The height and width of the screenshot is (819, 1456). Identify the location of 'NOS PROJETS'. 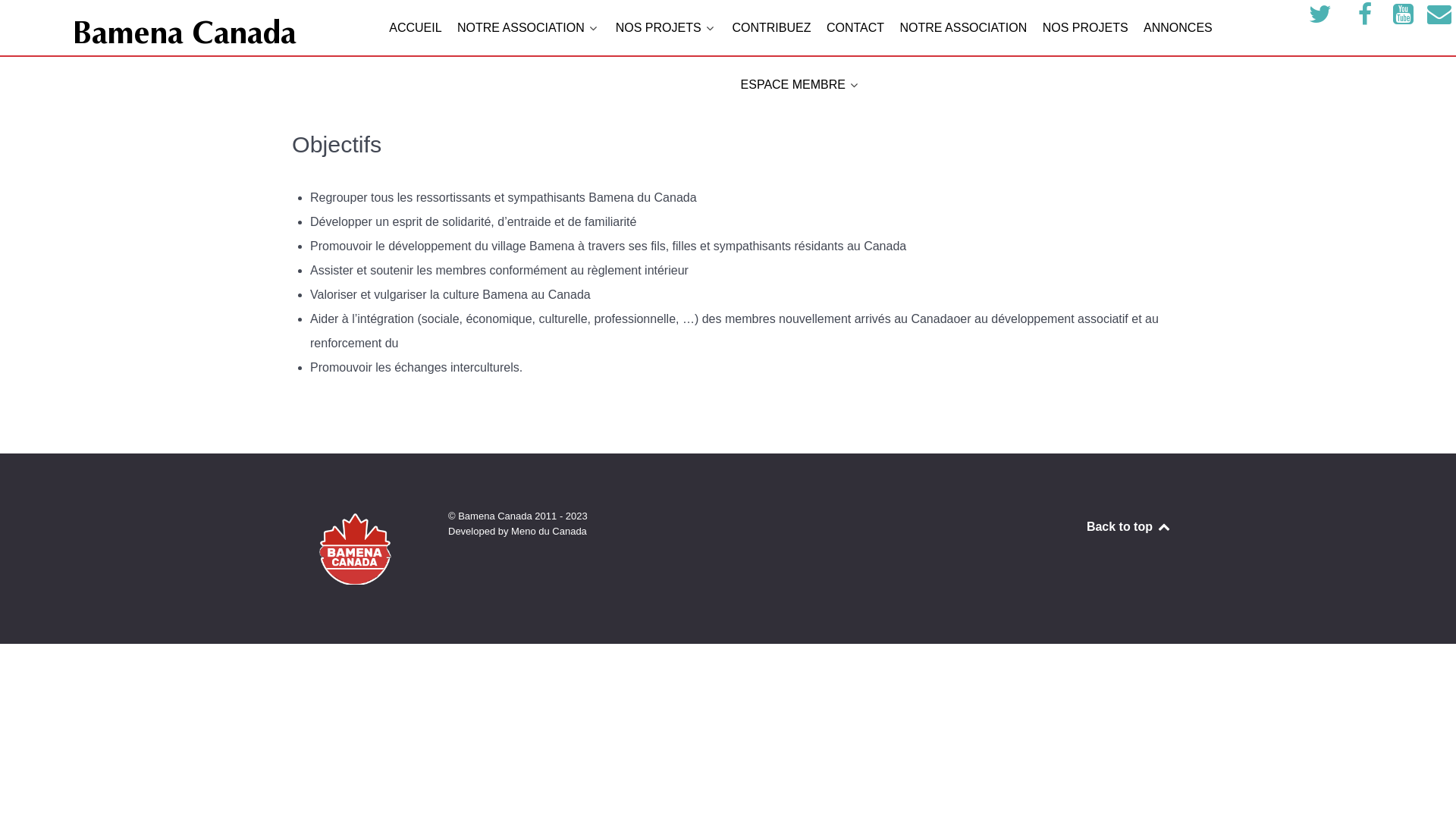
(666, 29).